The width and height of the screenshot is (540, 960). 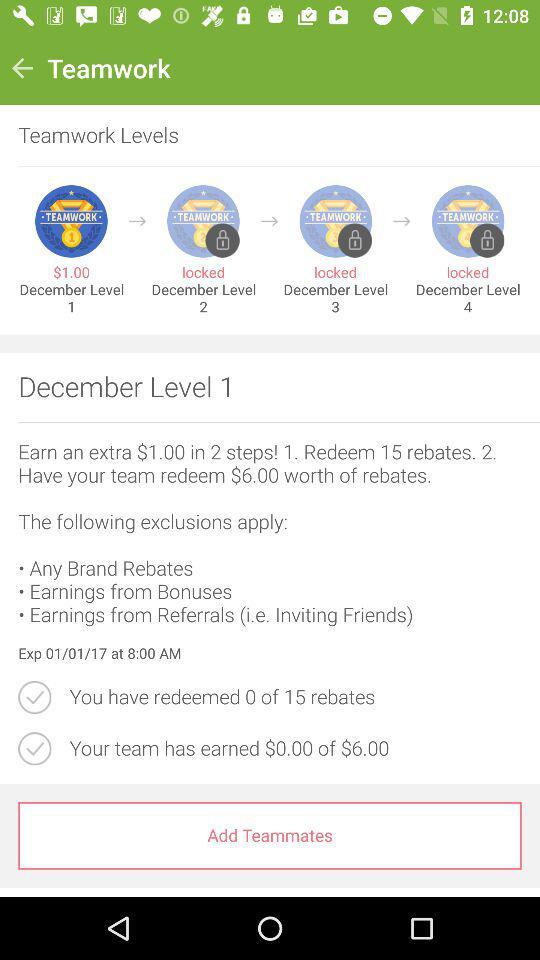 What do you see at coordinates (401, 221) in the screenshot?
I see `item above the december level 3 item` at bounding box center [401, 221].